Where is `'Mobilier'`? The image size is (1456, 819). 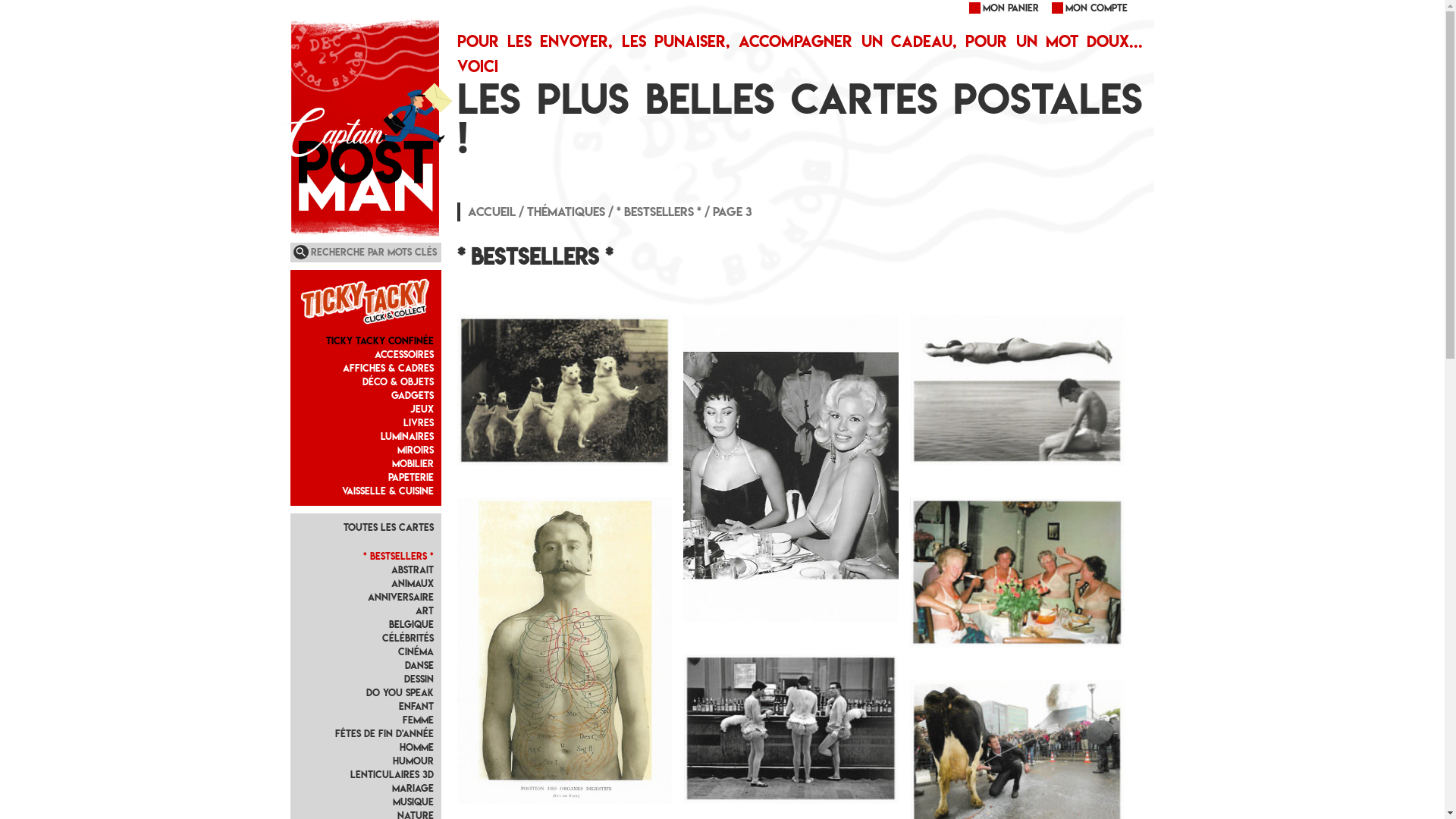 'Mobilier' is located at coordinates (413, 463).